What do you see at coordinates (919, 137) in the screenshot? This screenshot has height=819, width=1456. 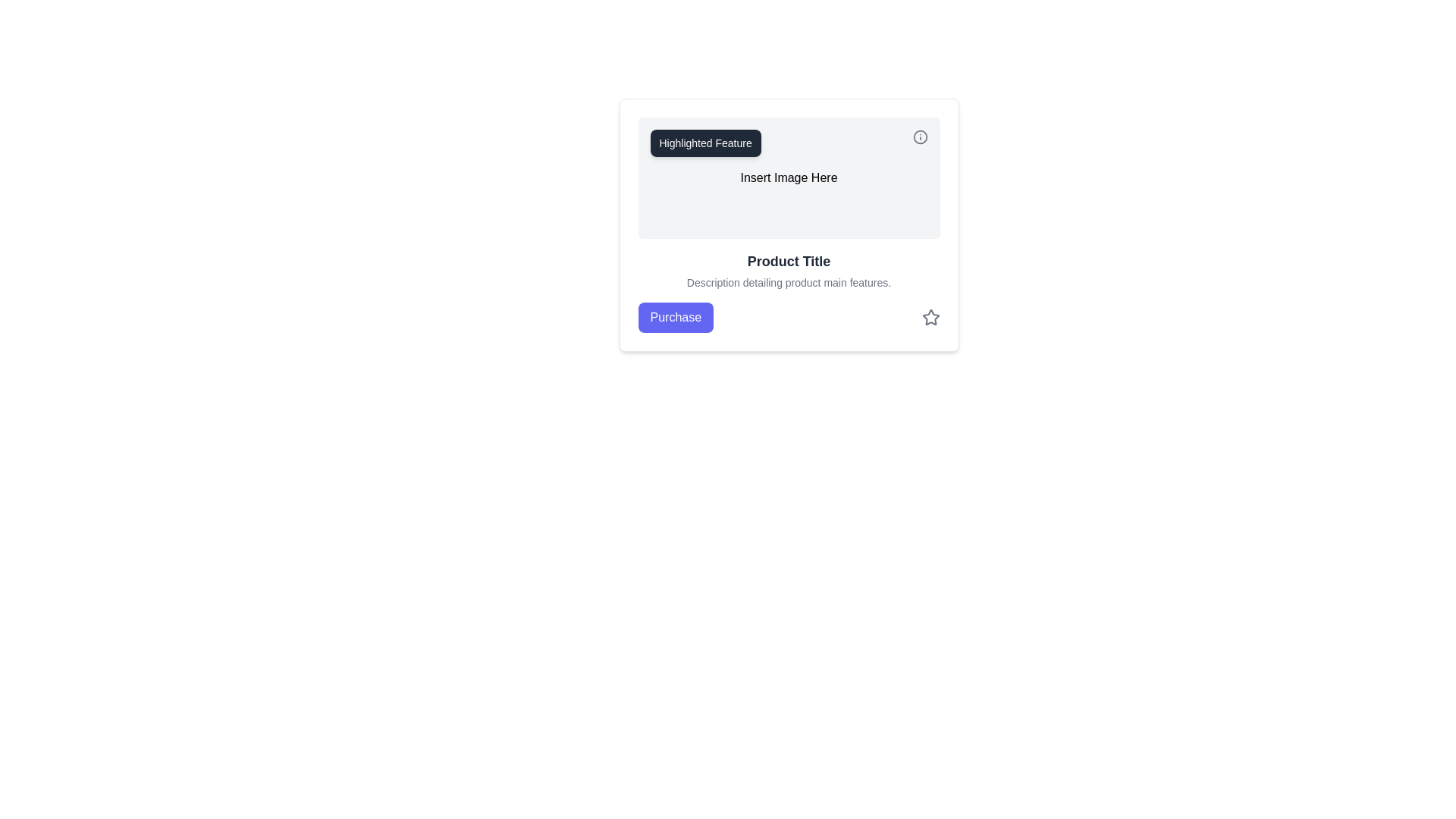 I see `the information icon located` at bounding box center [919, 137].